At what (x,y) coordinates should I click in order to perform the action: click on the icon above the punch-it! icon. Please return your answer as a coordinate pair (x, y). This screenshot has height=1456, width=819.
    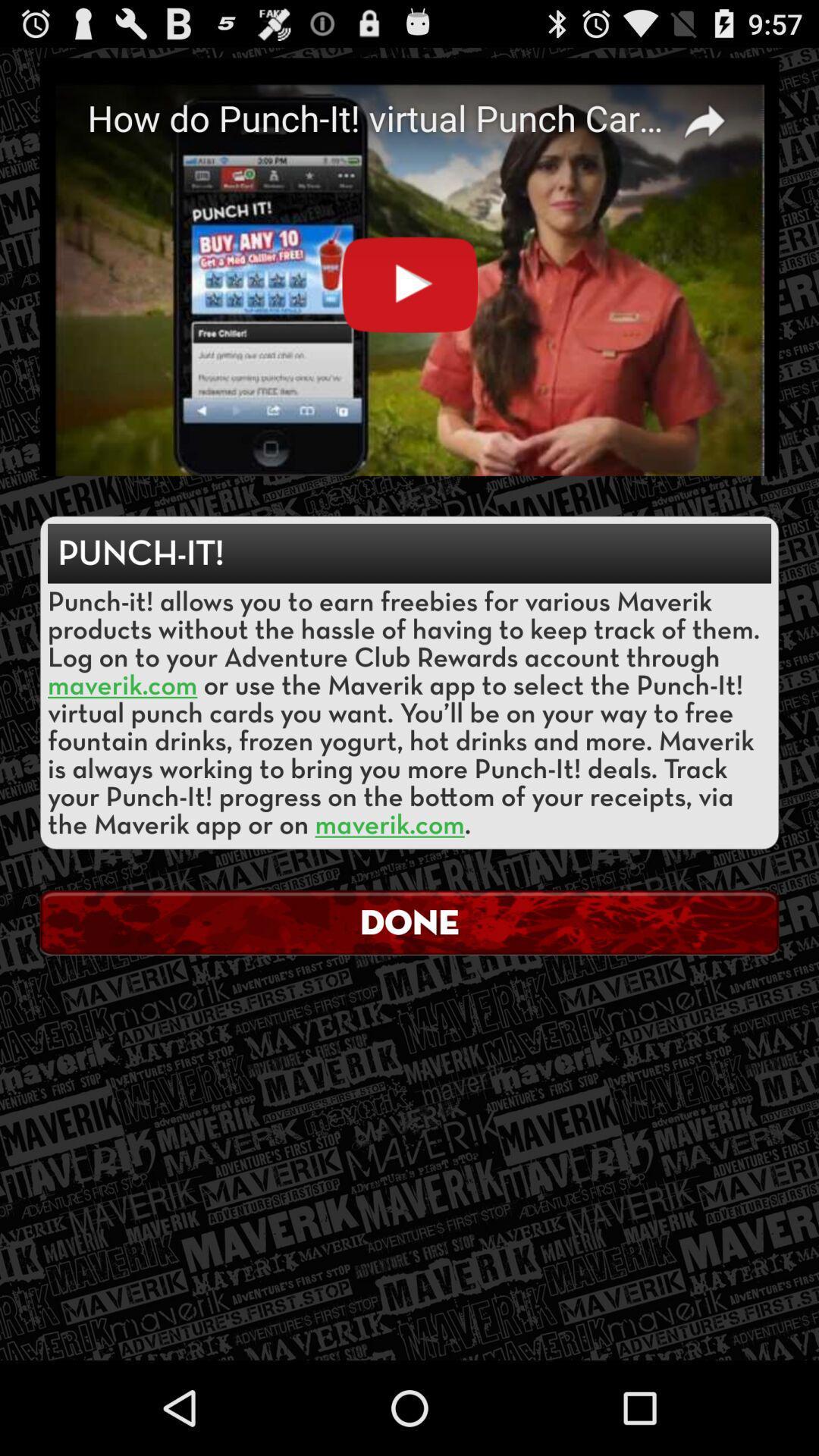
    Looking at the image, I should click on (409, 267).